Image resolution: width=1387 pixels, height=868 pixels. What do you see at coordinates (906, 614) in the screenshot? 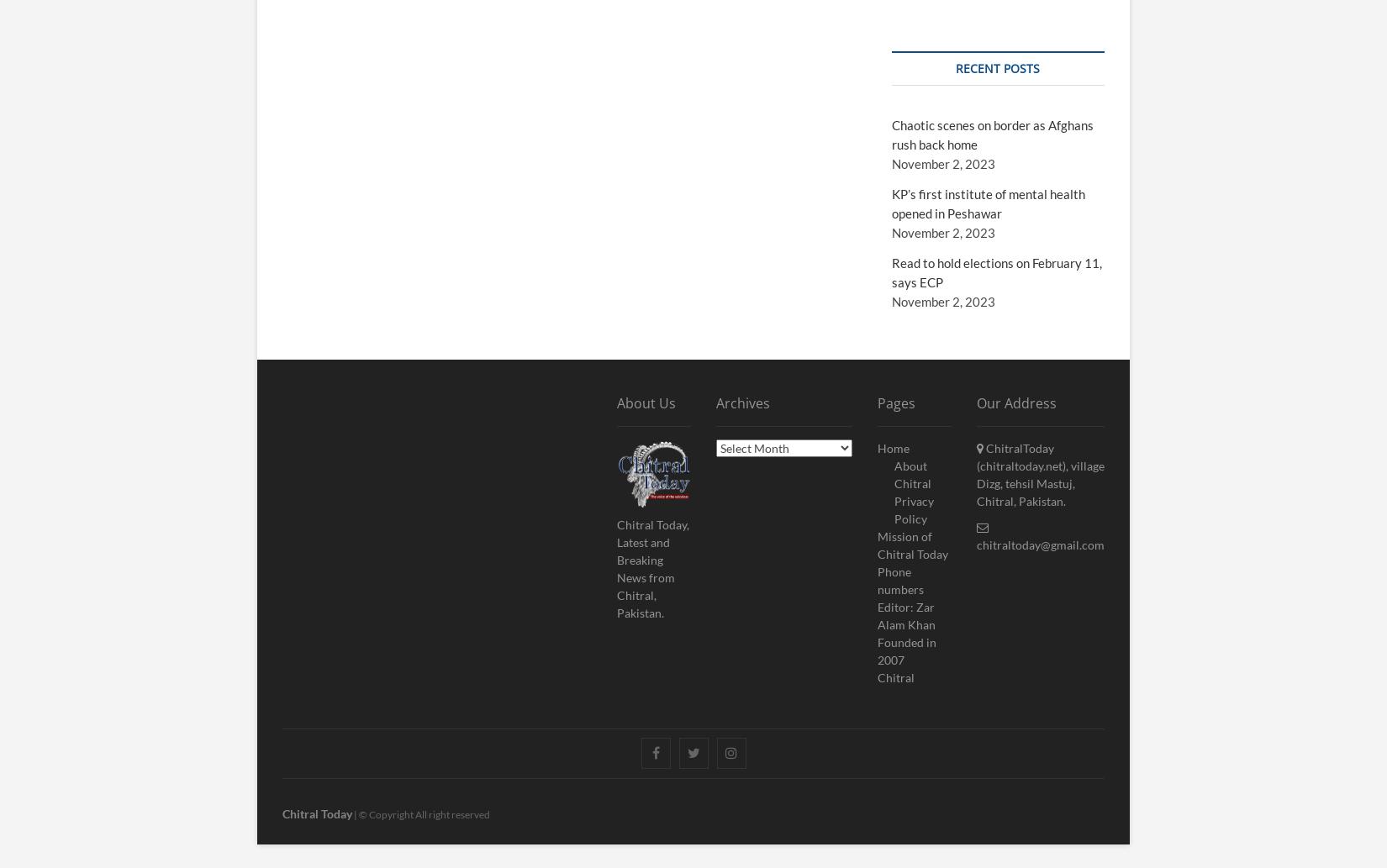
I see `'Editor: Zar Alam Khan'` at bounding box center [906, 614].